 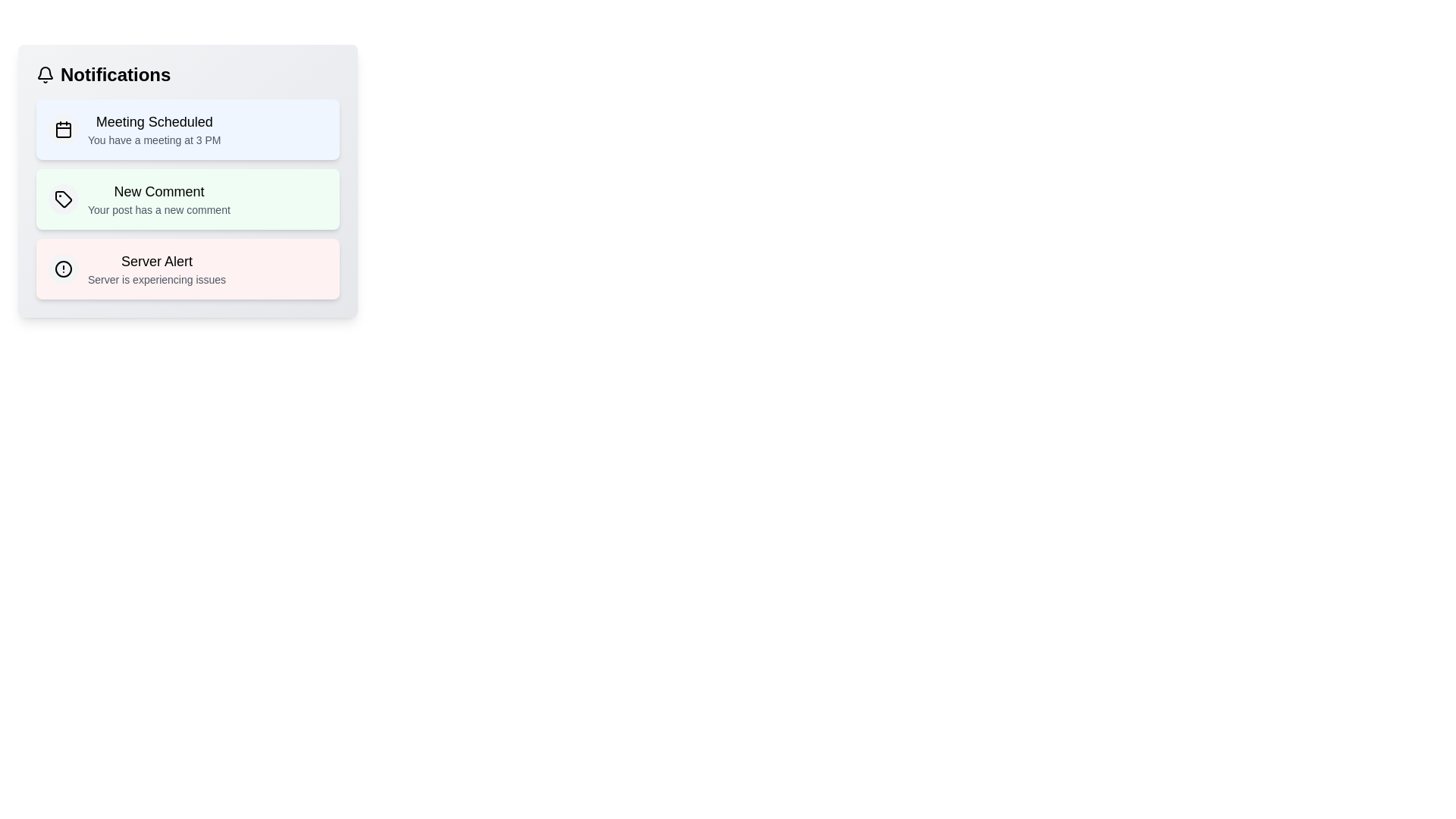 What do you see at coordinates (187, 268) in the screenshot?
I see `the notification titled 'Server Alert' to view its details` at bounding box center [187, 268].